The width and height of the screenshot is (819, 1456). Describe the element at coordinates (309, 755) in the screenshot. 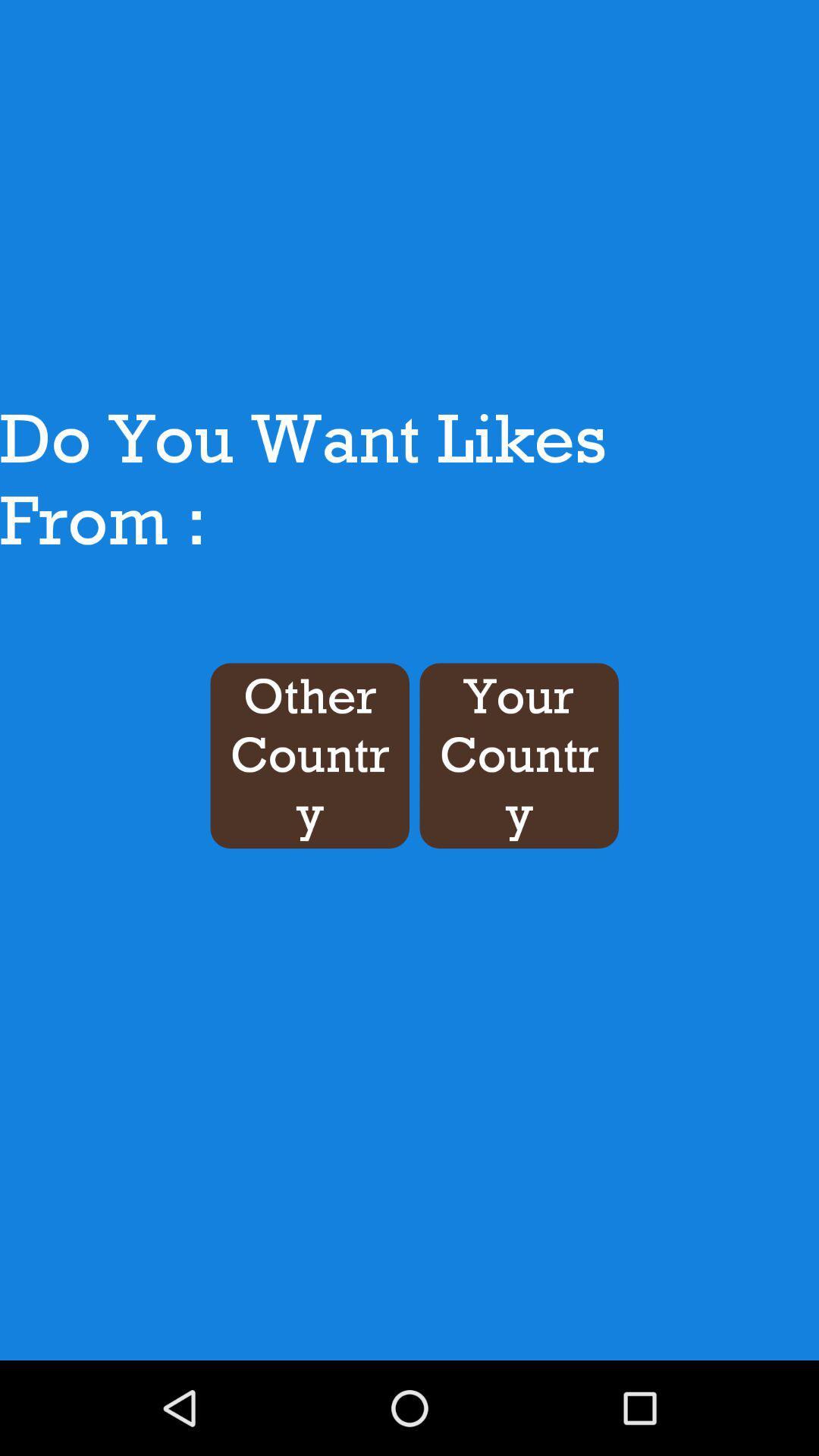

I see `the icon below do you want item` at that location.